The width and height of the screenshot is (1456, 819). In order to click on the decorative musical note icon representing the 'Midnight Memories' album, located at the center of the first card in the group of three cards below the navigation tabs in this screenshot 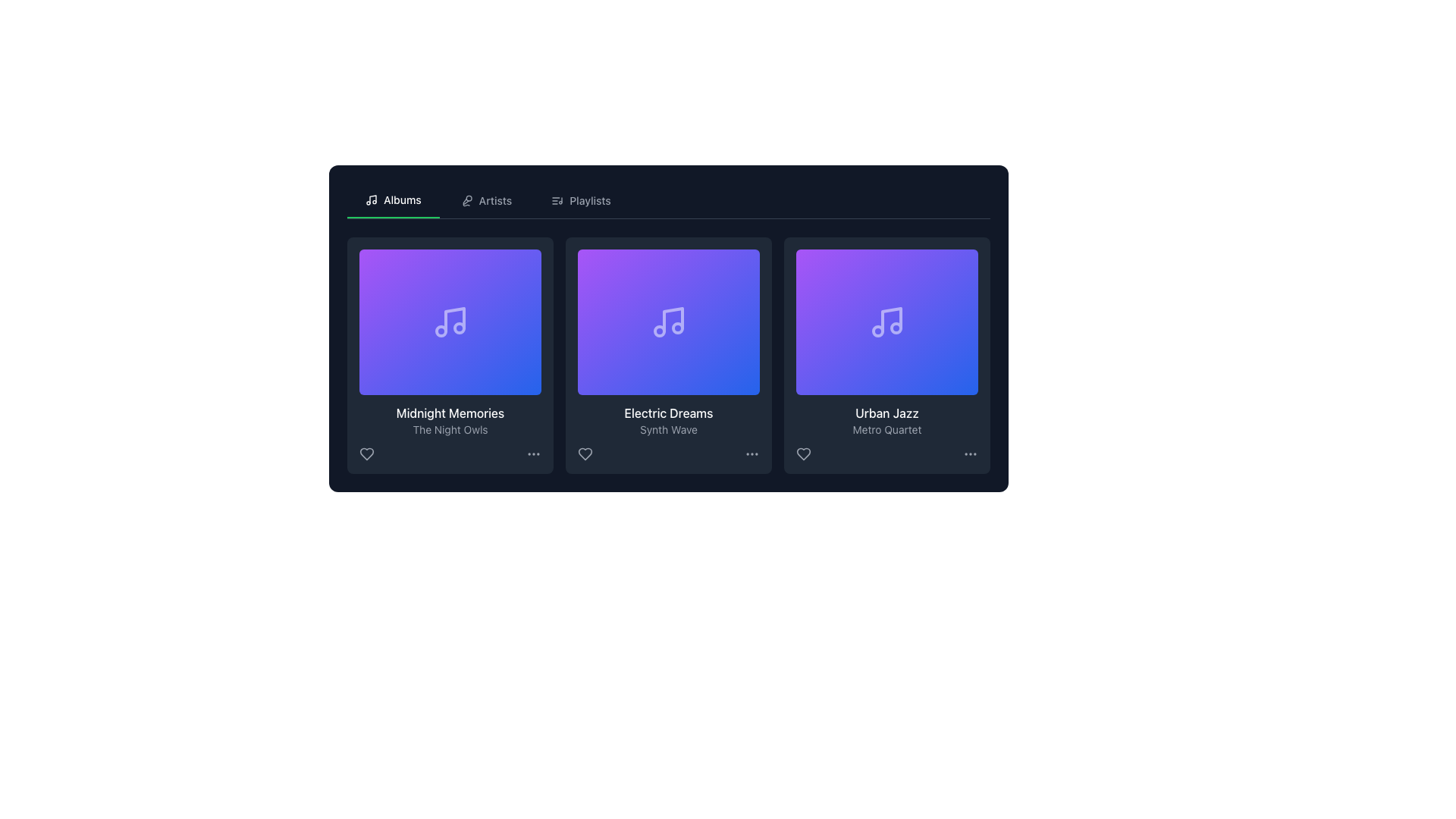, I will do `click(454, 318)`.